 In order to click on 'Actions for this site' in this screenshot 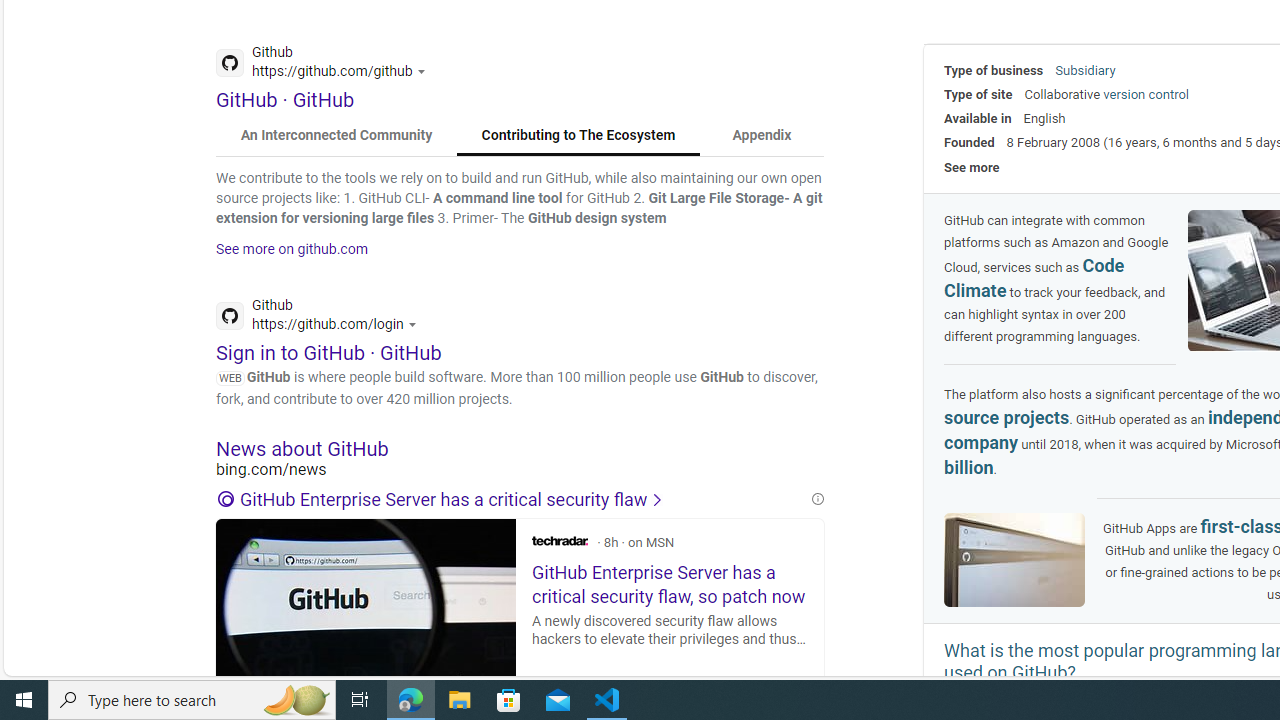, I will do `click(414, 324)`.